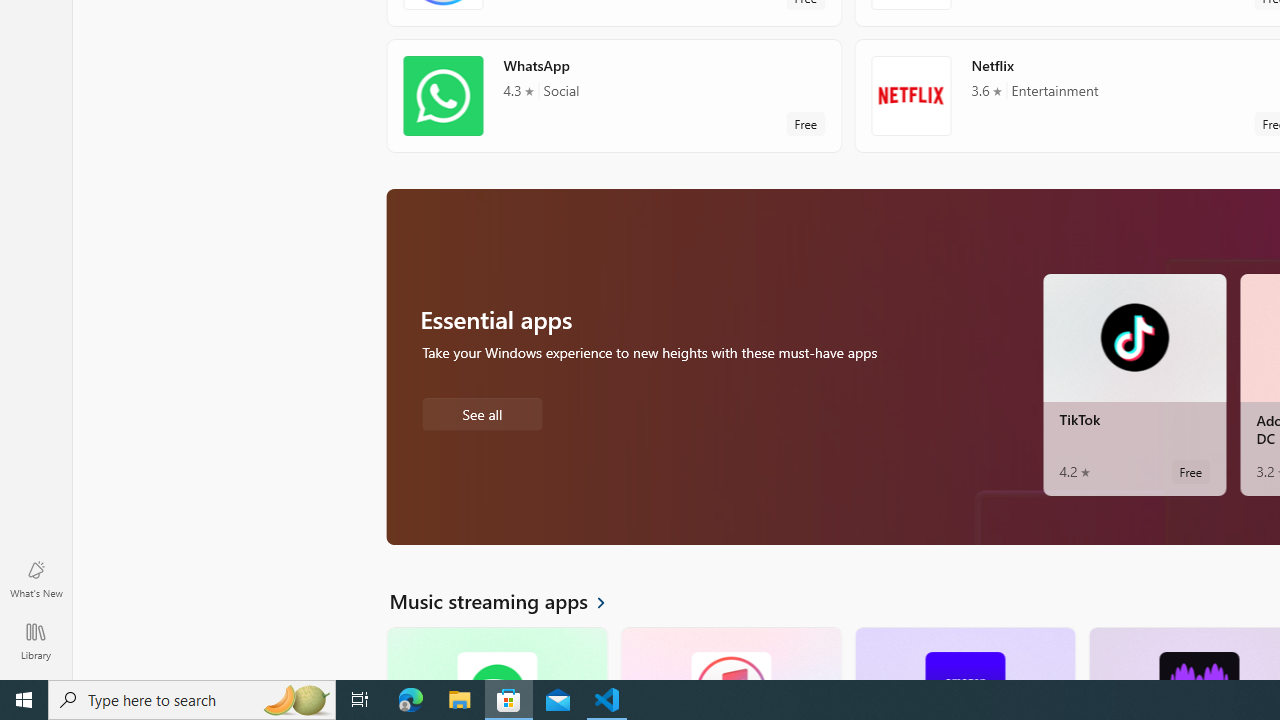  I want to click on 'See all  Music streaming apps', so click(509, 599).